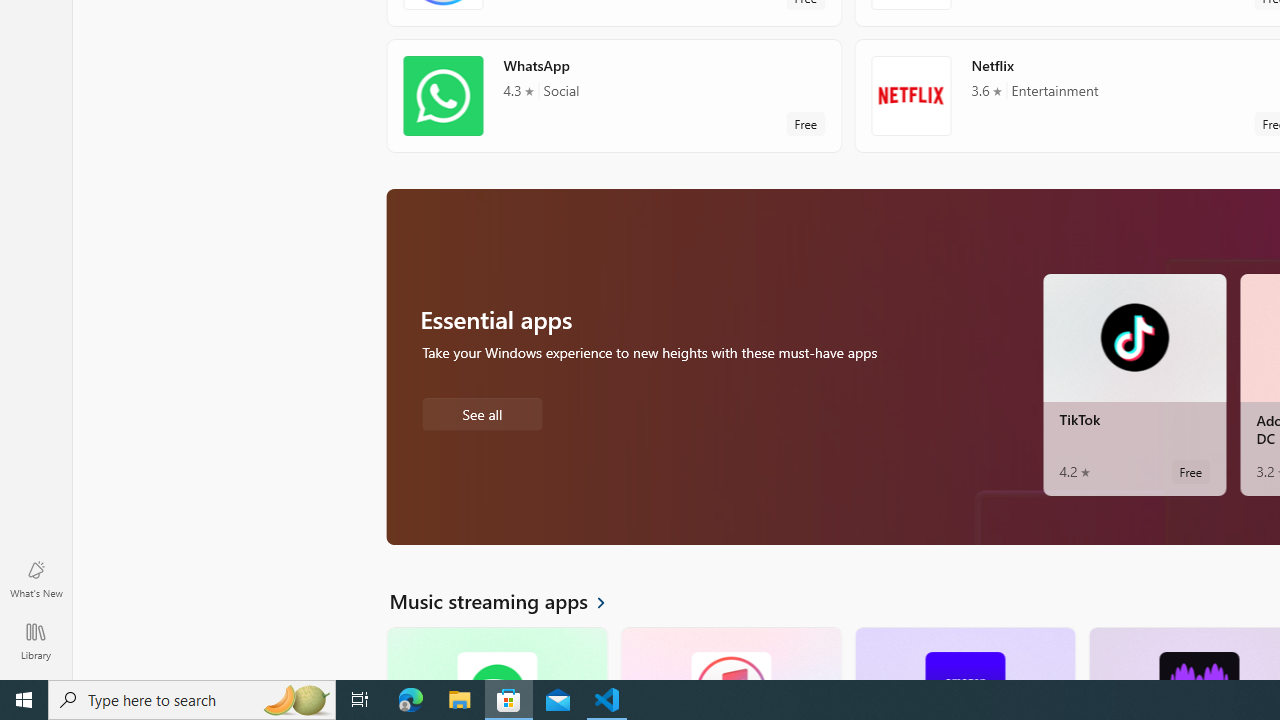  I want to click on 'See all  Music streaming apps', so click(509, 599).